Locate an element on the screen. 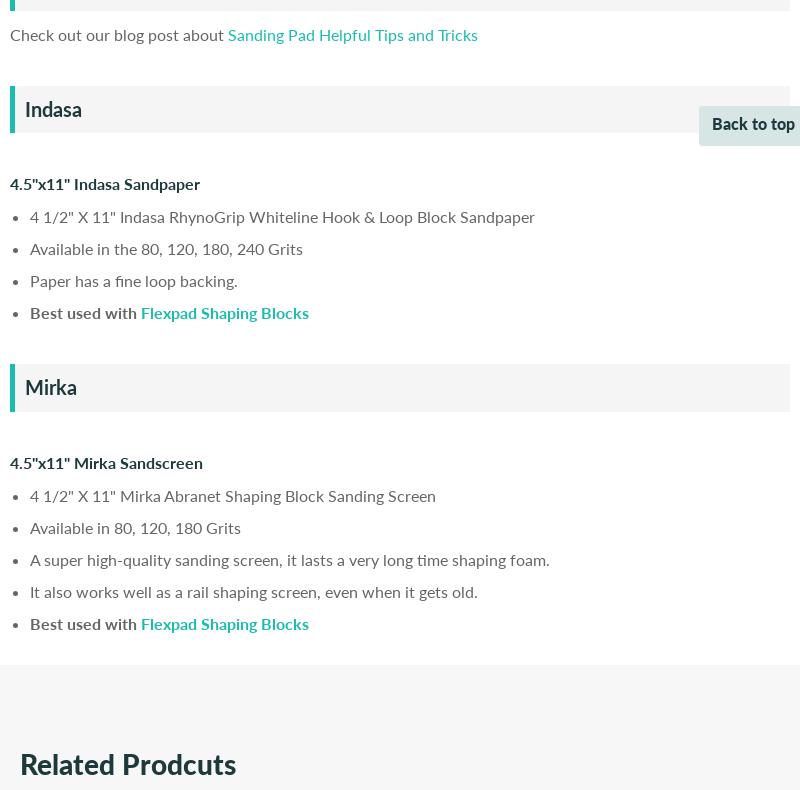 The height and width of the screenshot is (790, 800). 'Available in the 80, 120, 180, 240 Grits' is located at coordinates (166, 248).